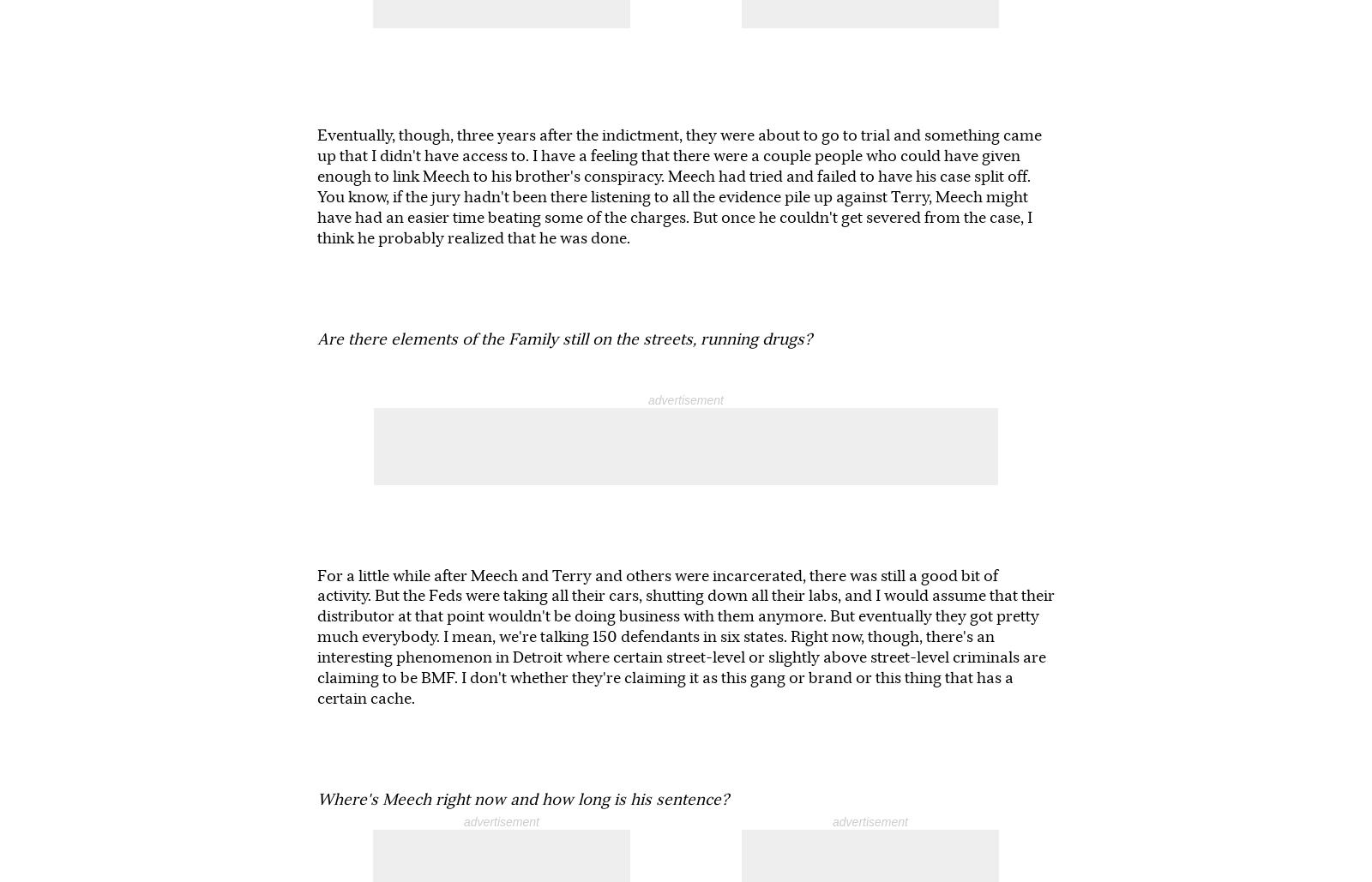  Describe the element at coordinates (676, 577) in the screenshot. I see `'He's in Jessup, Georgia between Atlanta and Savannah in a federal prison. And he's on year 5 or 6 of a 30 year sentence.'` at that location.